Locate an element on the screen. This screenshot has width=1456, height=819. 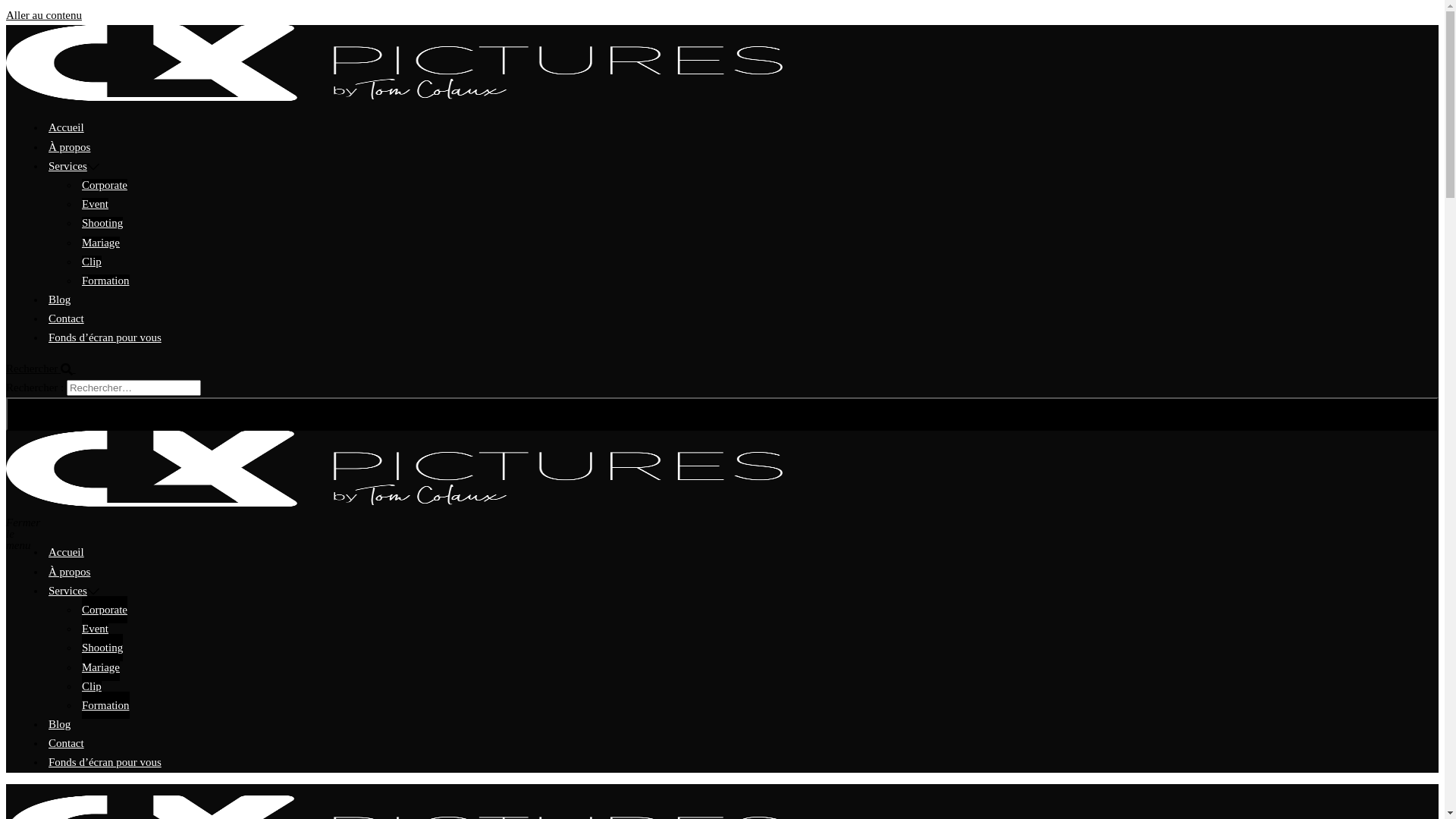
'Rechercher' is located at coordinates (47, 369).